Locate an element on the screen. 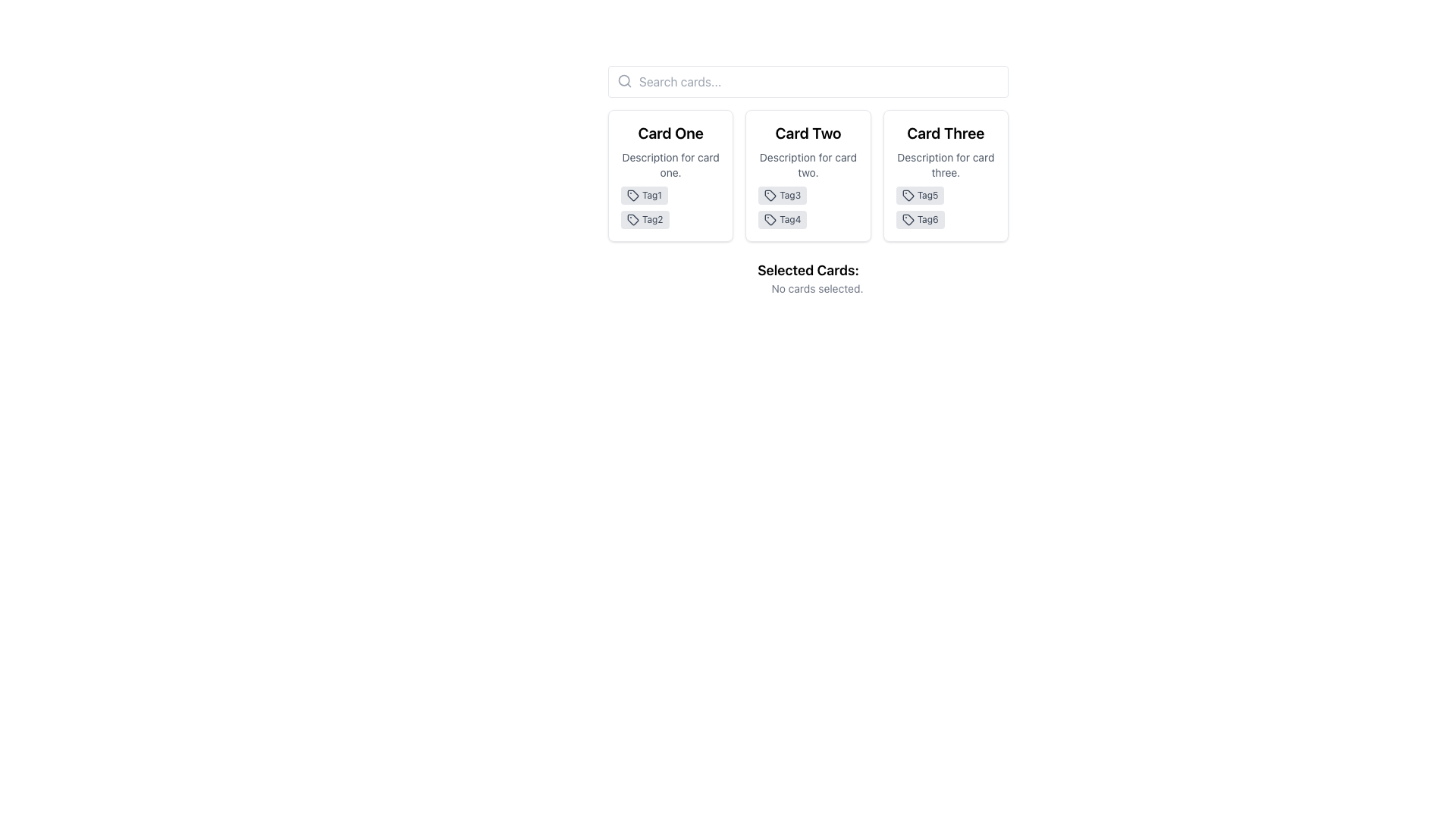 This screenshot has height=819, width=1456. the second tag element labeled 'Tag4' with a light gray background located in the second card labeled 'Card Two' is located at coordinates (783, 219).